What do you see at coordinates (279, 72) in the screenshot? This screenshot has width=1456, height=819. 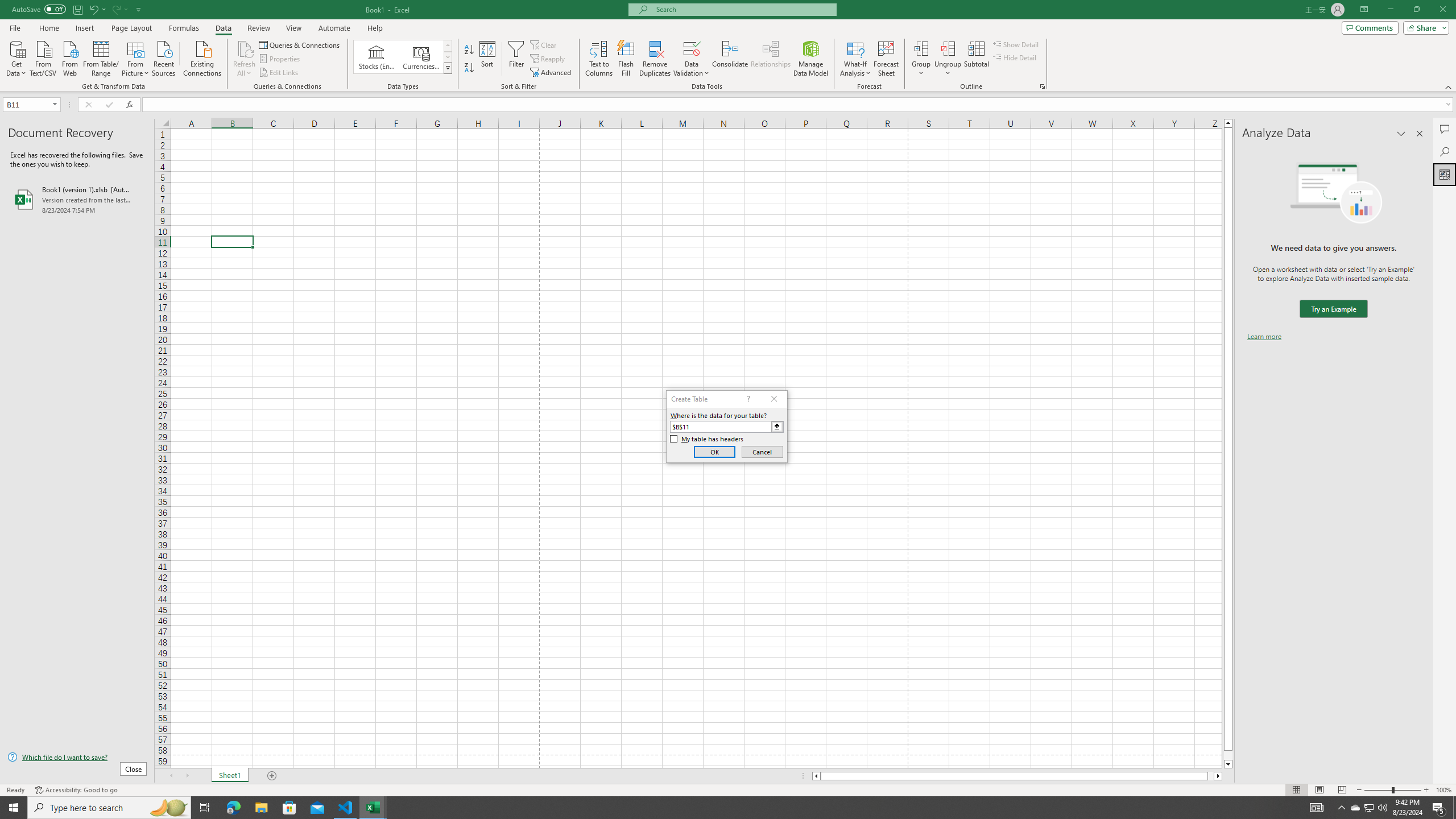 I see `'Edit Links'` at bounding box center [279, 72].